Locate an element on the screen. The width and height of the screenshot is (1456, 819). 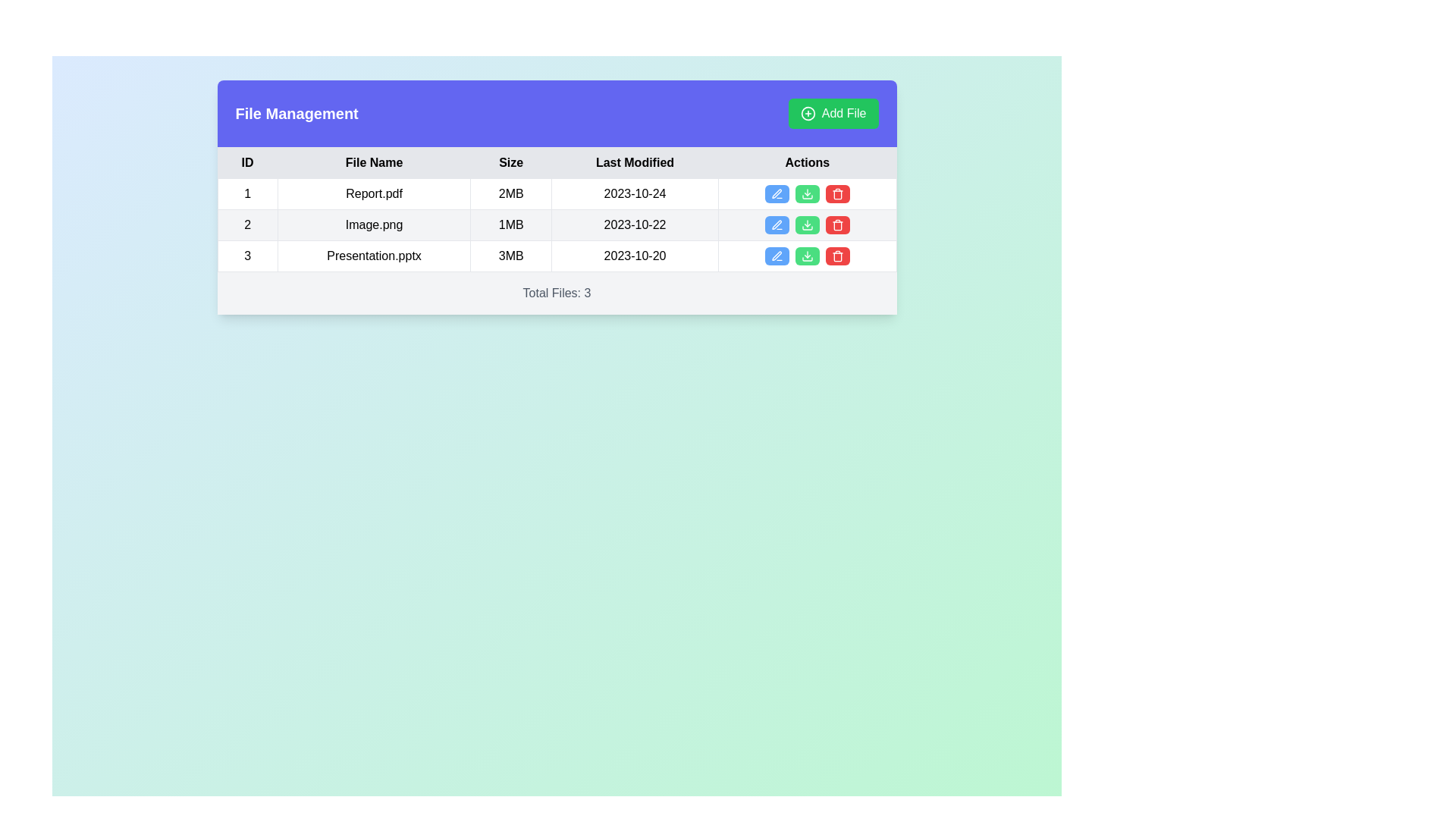
the 'File Management' heading located in the top-left portion of the purple header bar, which indicates the purpose of the section below it is located at coordinates (297, 113).